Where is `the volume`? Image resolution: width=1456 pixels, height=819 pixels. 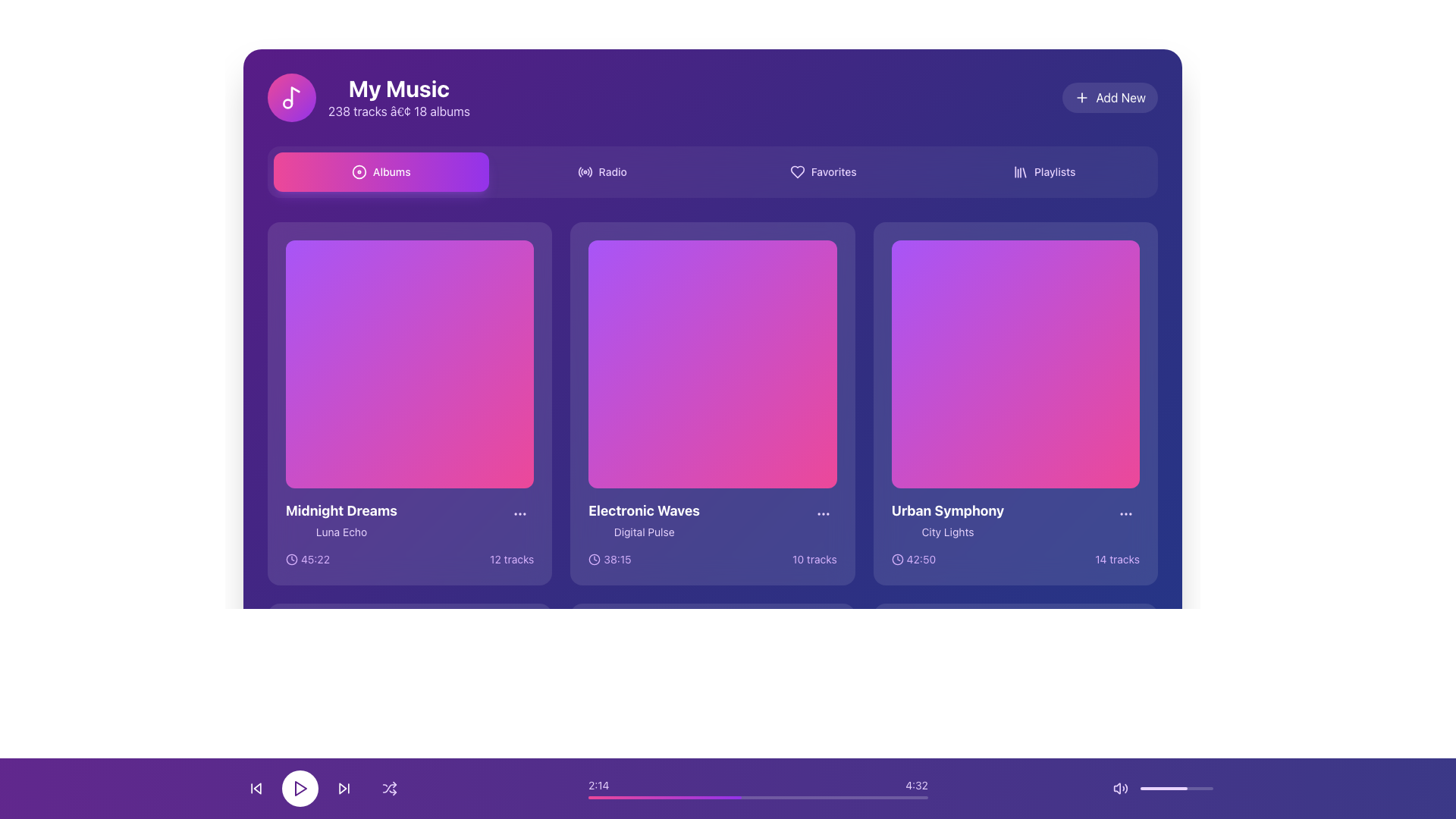 the volume is located at coordinates (1191, 788).